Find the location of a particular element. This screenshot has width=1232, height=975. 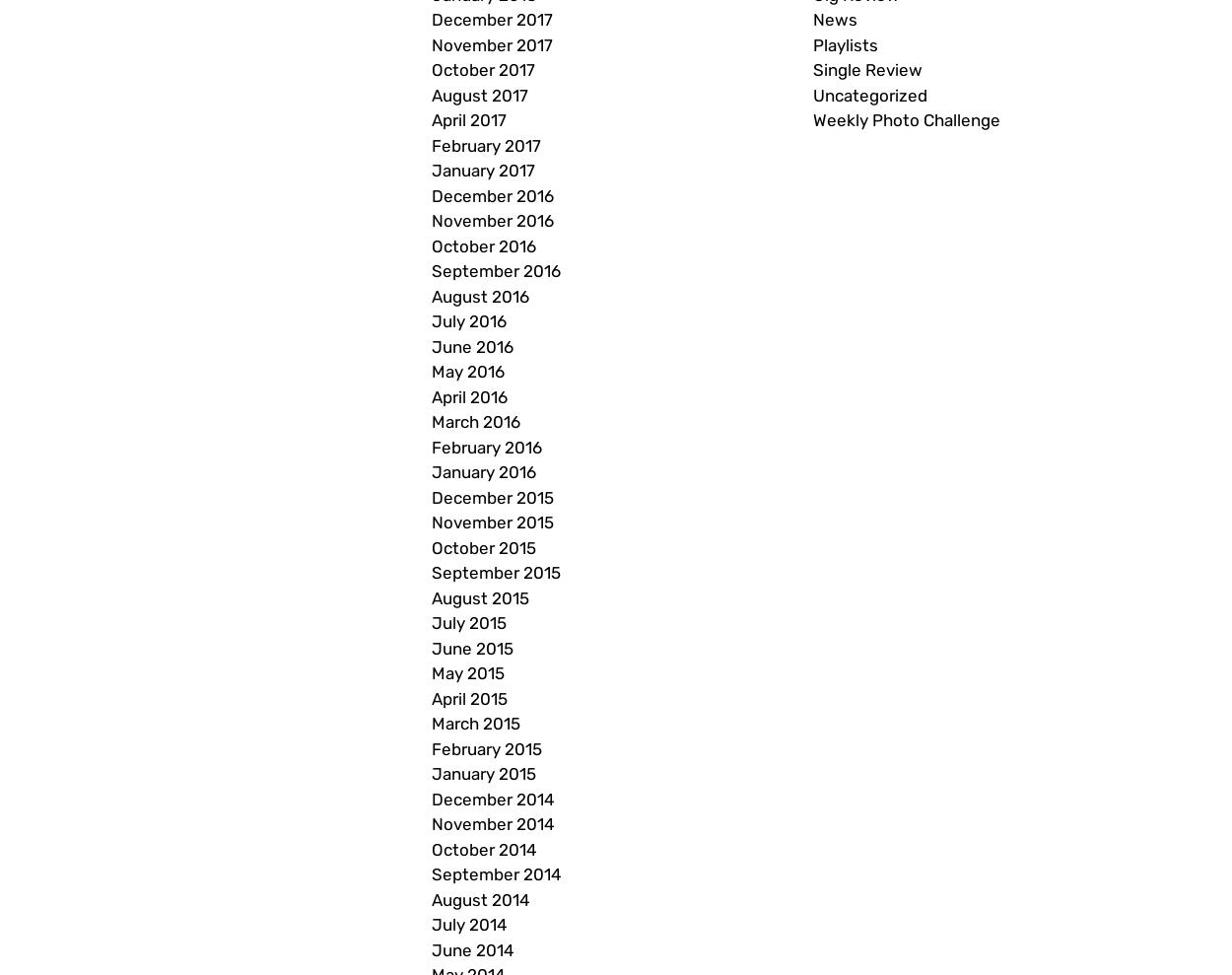

'December 2015' is located at coordinates (431, 496).